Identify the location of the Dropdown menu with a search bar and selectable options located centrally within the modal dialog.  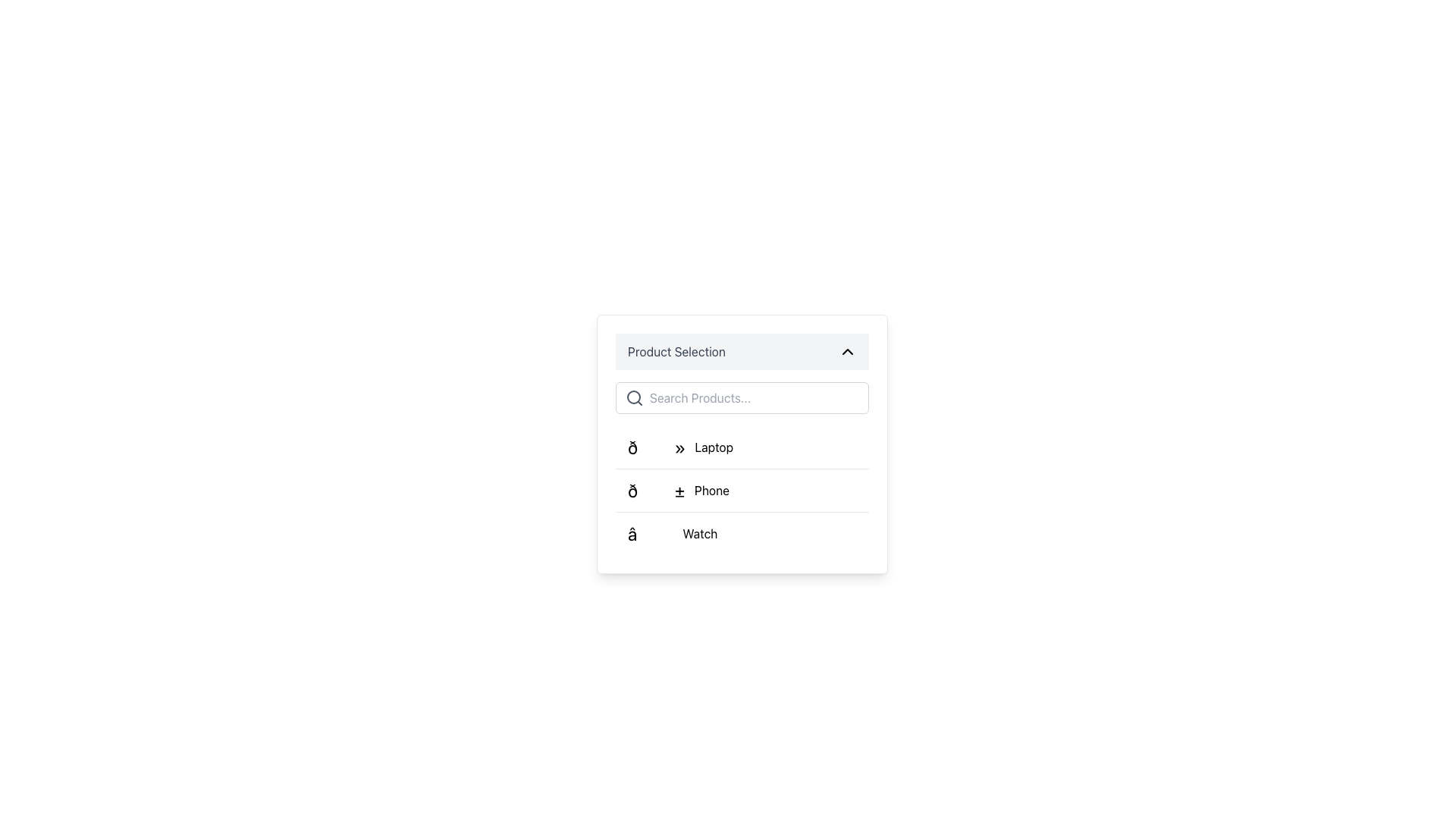
(742, 444).